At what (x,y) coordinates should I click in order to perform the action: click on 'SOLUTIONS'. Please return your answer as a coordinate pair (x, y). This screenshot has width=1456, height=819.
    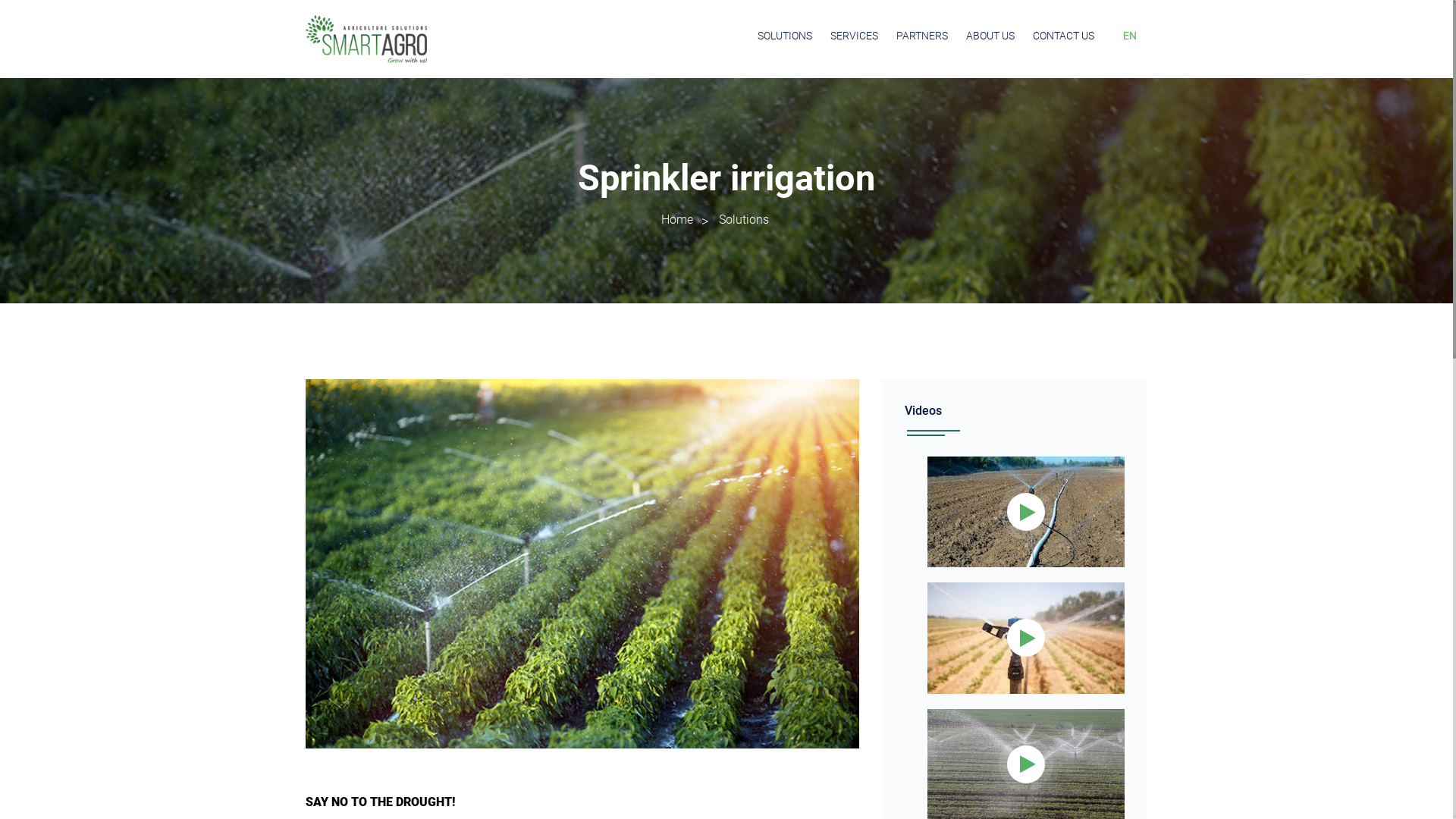
    Looking at the image, I should click on (785, 34).